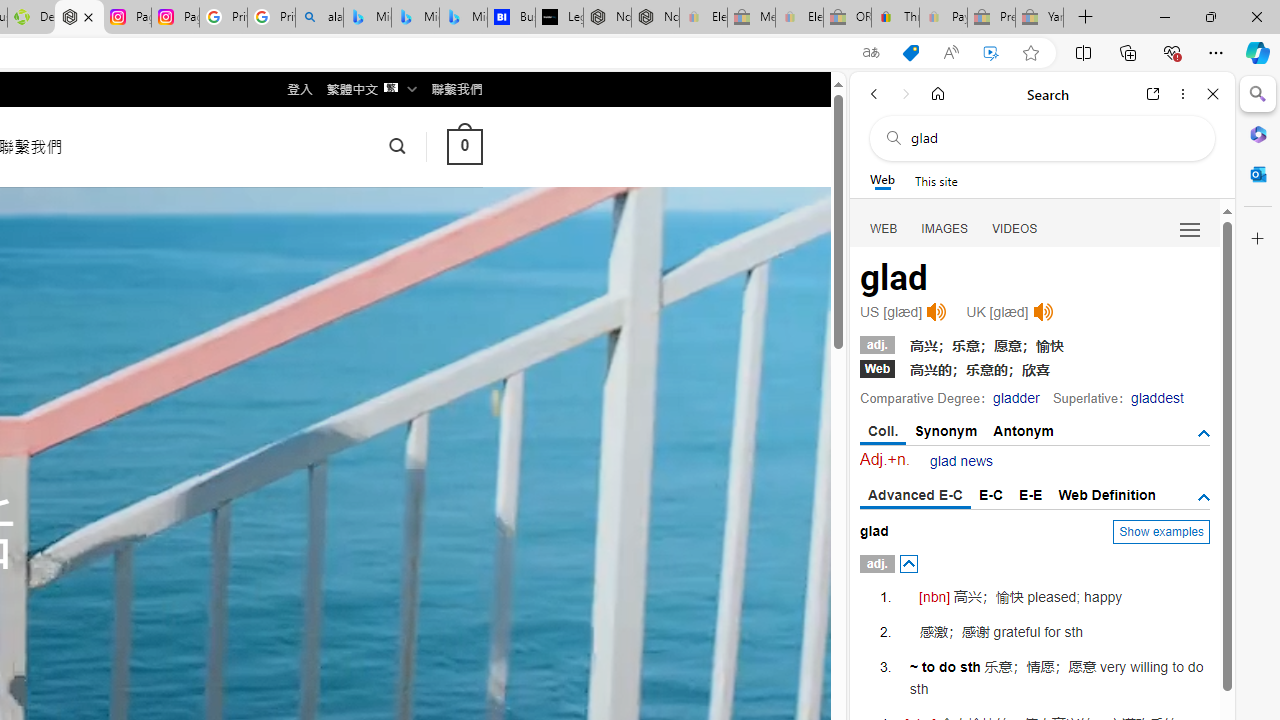  I want to click on 'Yard, Garden & Outdoor Living - Sleeping', so click(1040, 17).